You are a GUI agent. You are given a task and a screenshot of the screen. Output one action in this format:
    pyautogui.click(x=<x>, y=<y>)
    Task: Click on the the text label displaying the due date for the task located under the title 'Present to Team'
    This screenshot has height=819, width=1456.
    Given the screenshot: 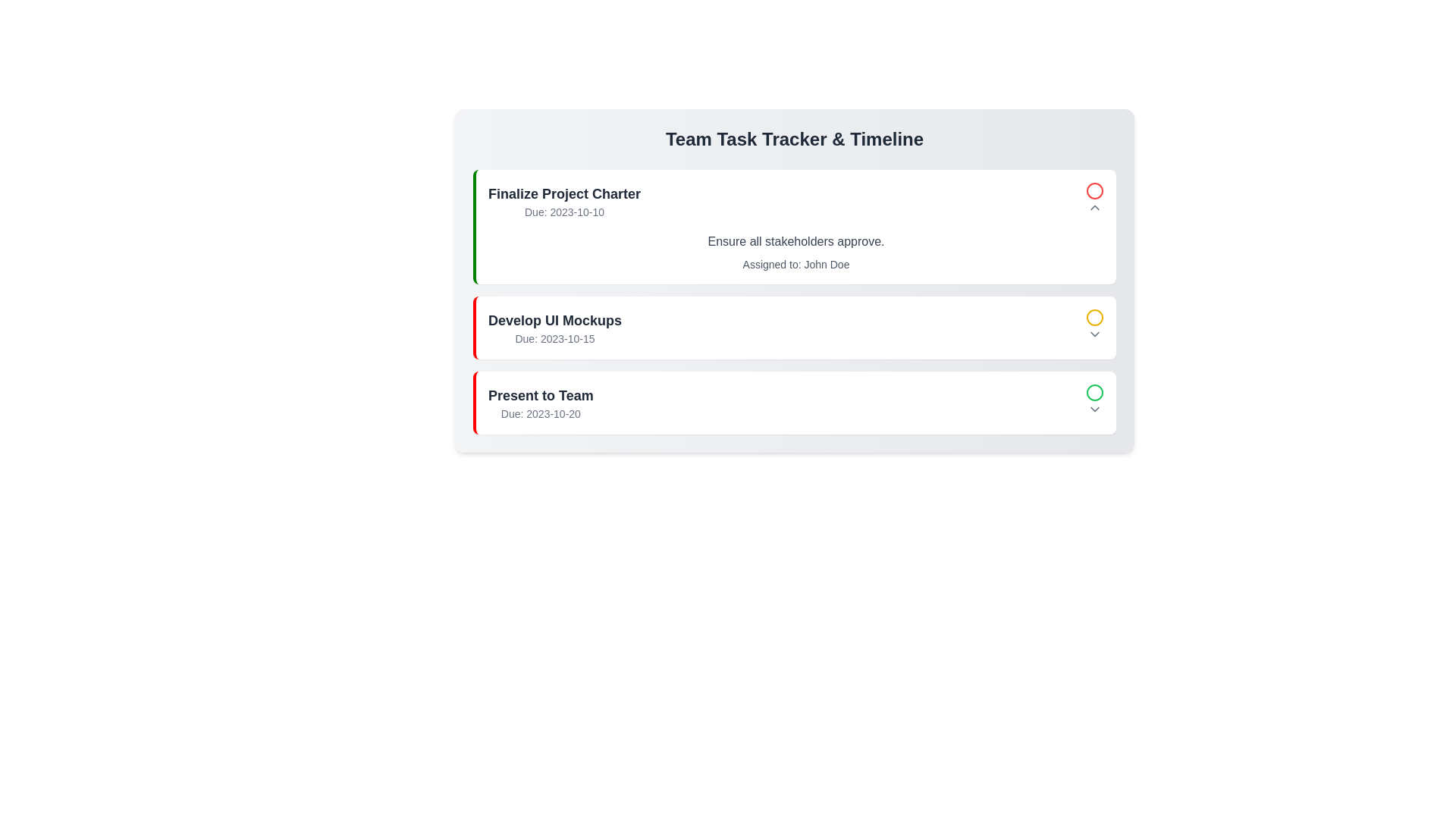 What is the action you would take?
    pyautogui.click(x=541, y=413)
    